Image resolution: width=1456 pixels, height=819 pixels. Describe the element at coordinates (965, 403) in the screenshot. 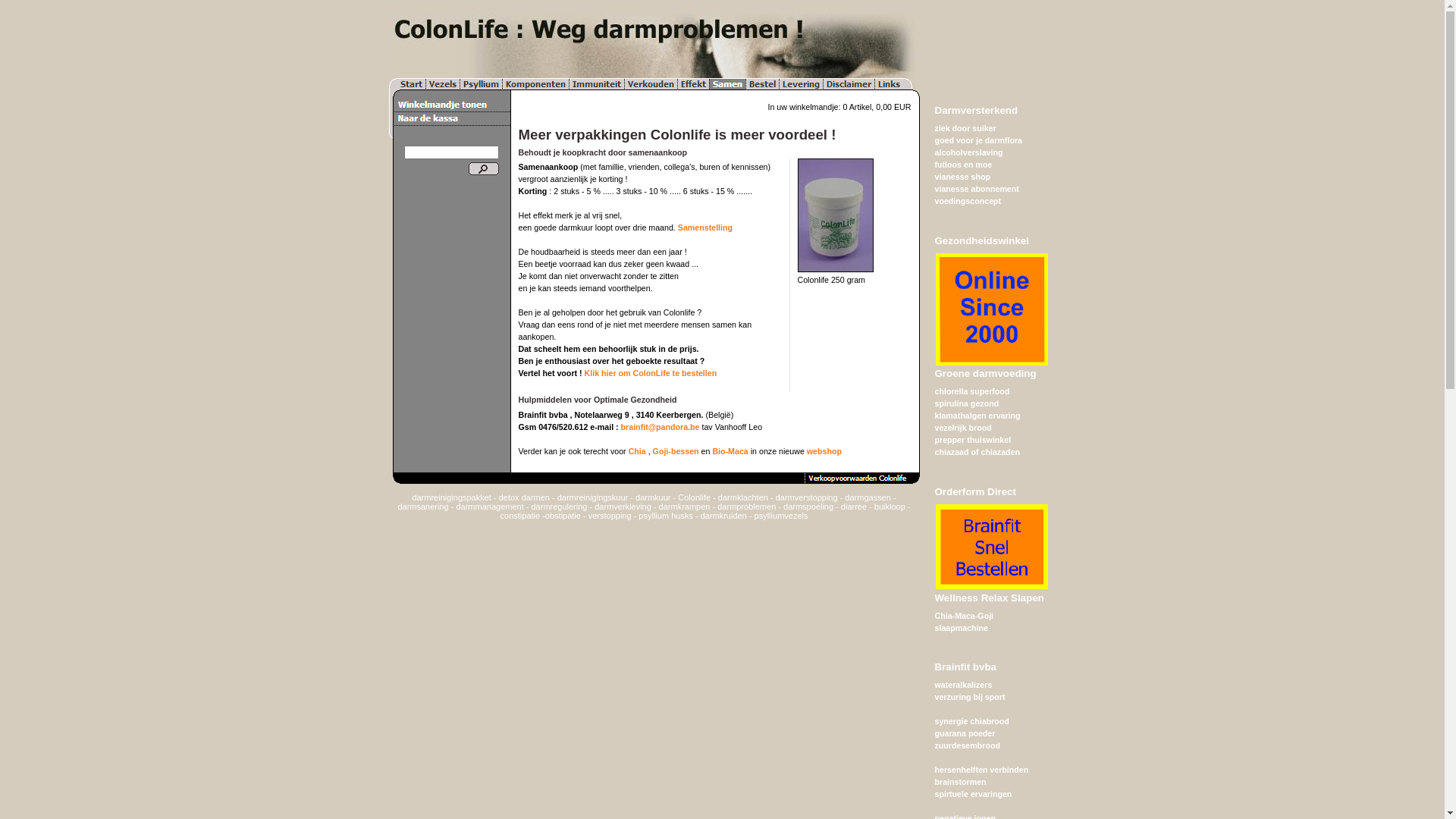

I see `'spirulina gezond'` at that location.